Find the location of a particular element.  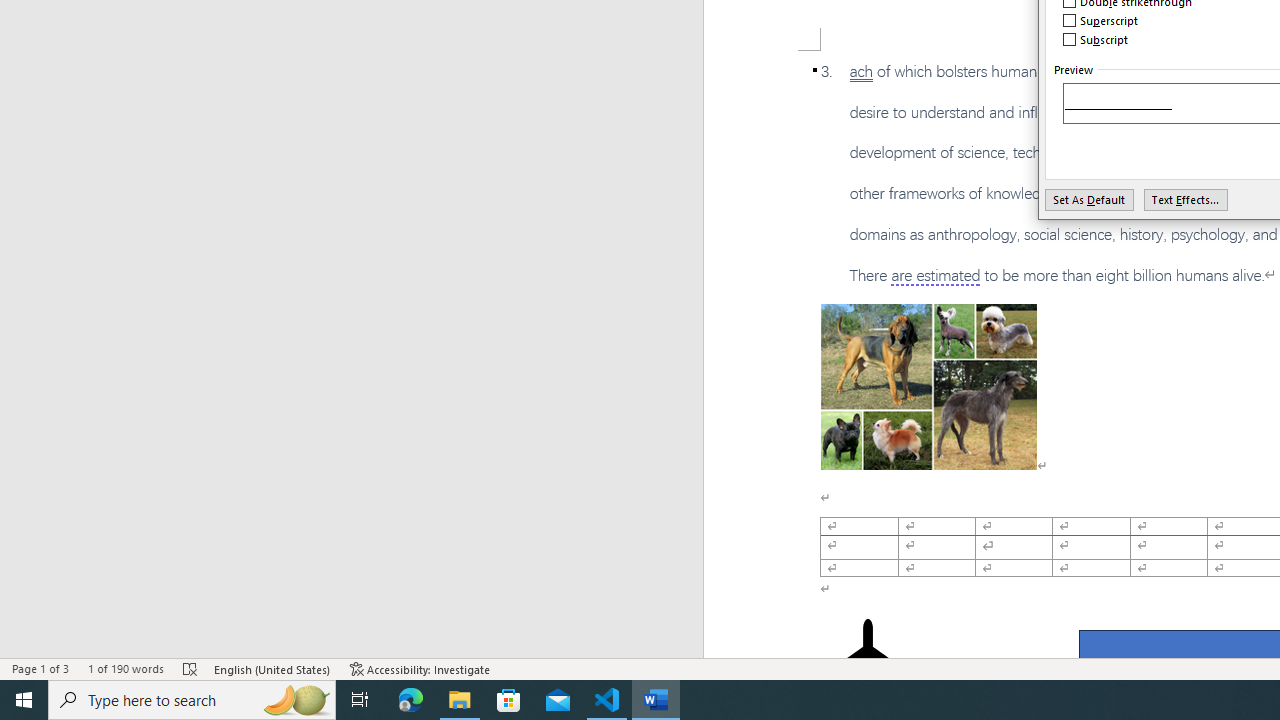

'Subscript' is located at coordinates (1095, 39).